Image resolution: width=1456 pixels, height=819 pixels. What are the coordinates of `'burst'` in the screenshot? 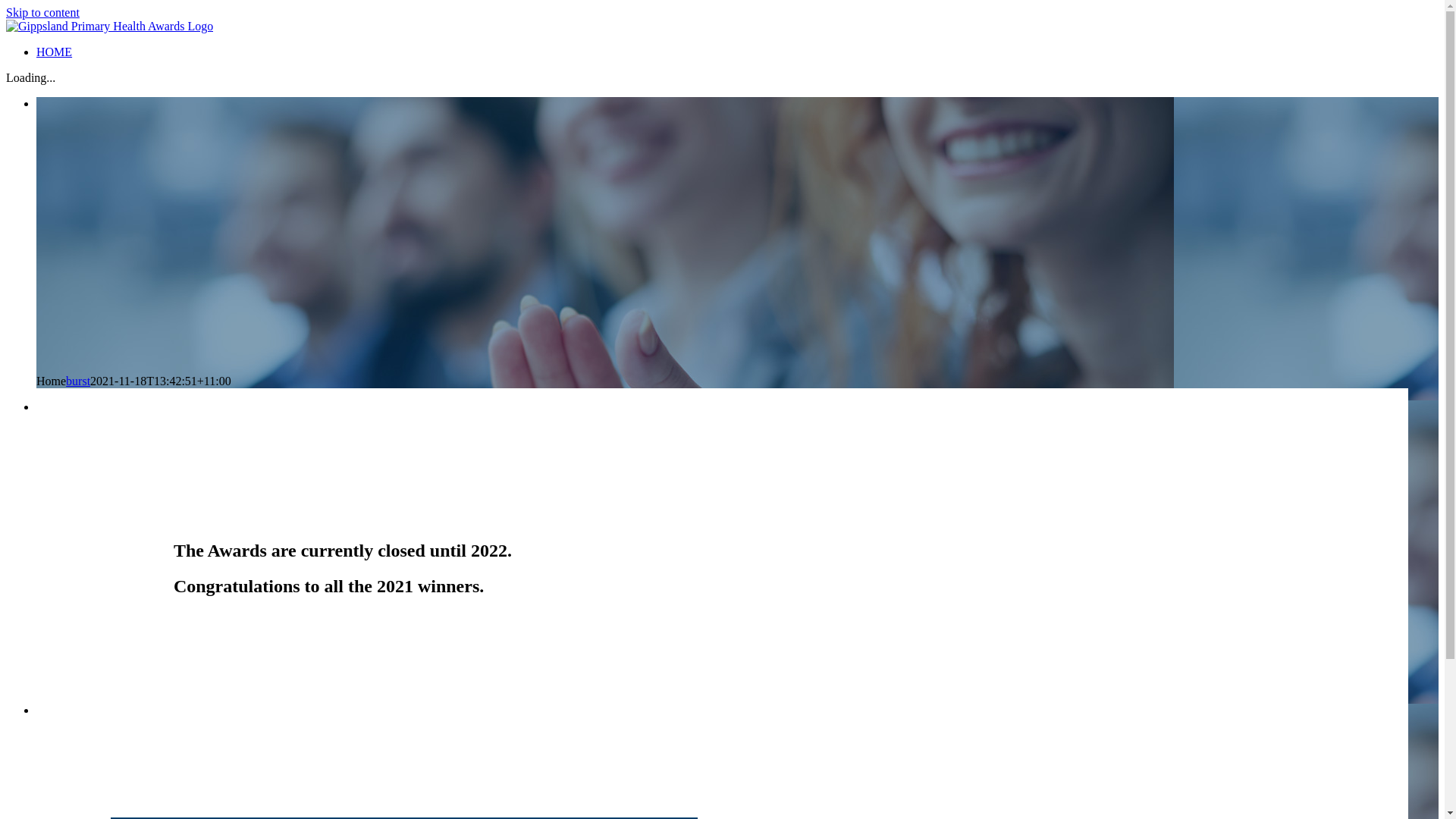 It's located at (77, 380).